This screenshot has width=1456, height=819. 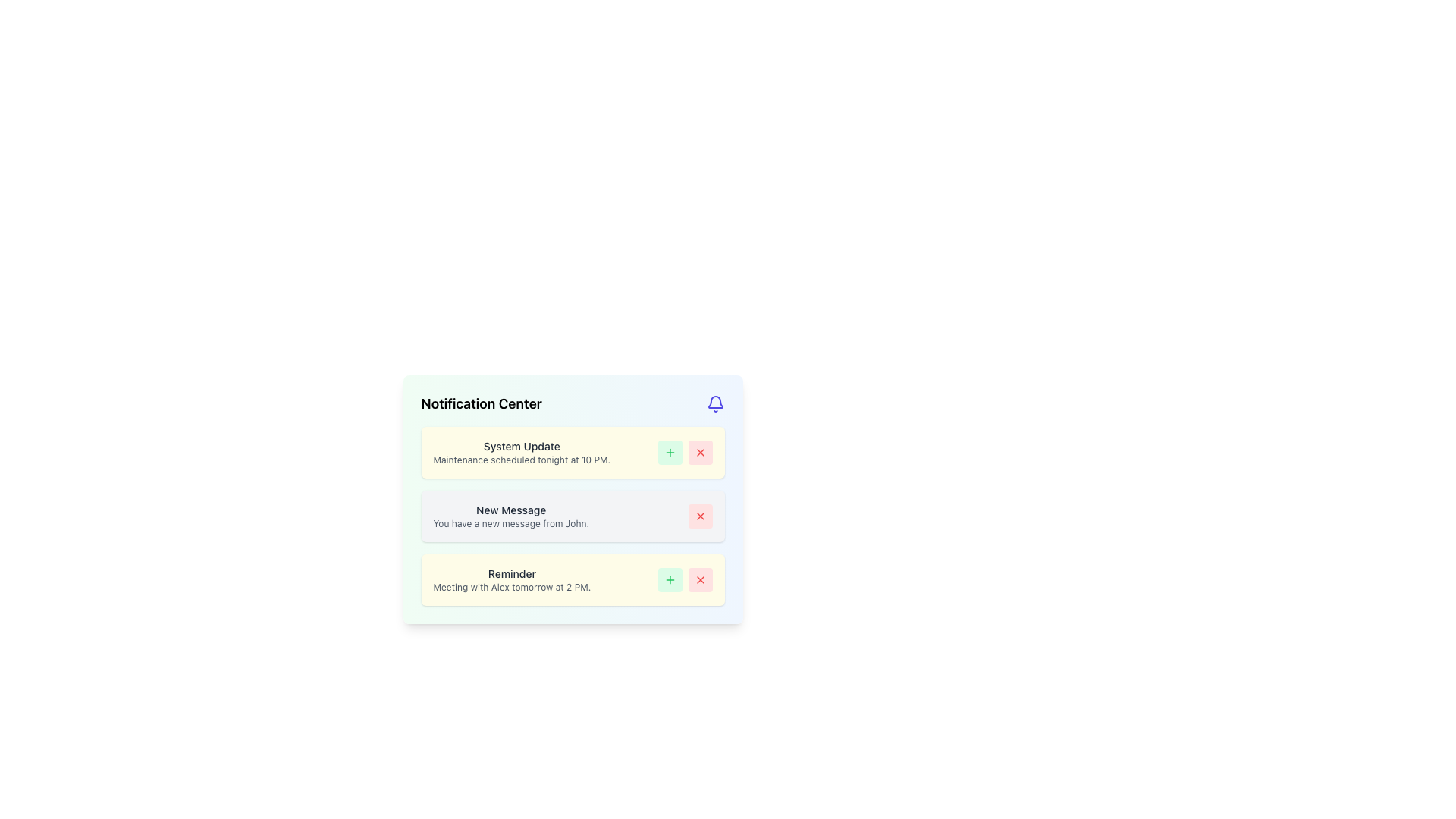 What do you see at coordinates (512, 573) in the screenshot?
I see `the Text Label at the top of the 'Reminder' notification card` at bounding box center [512, 573].